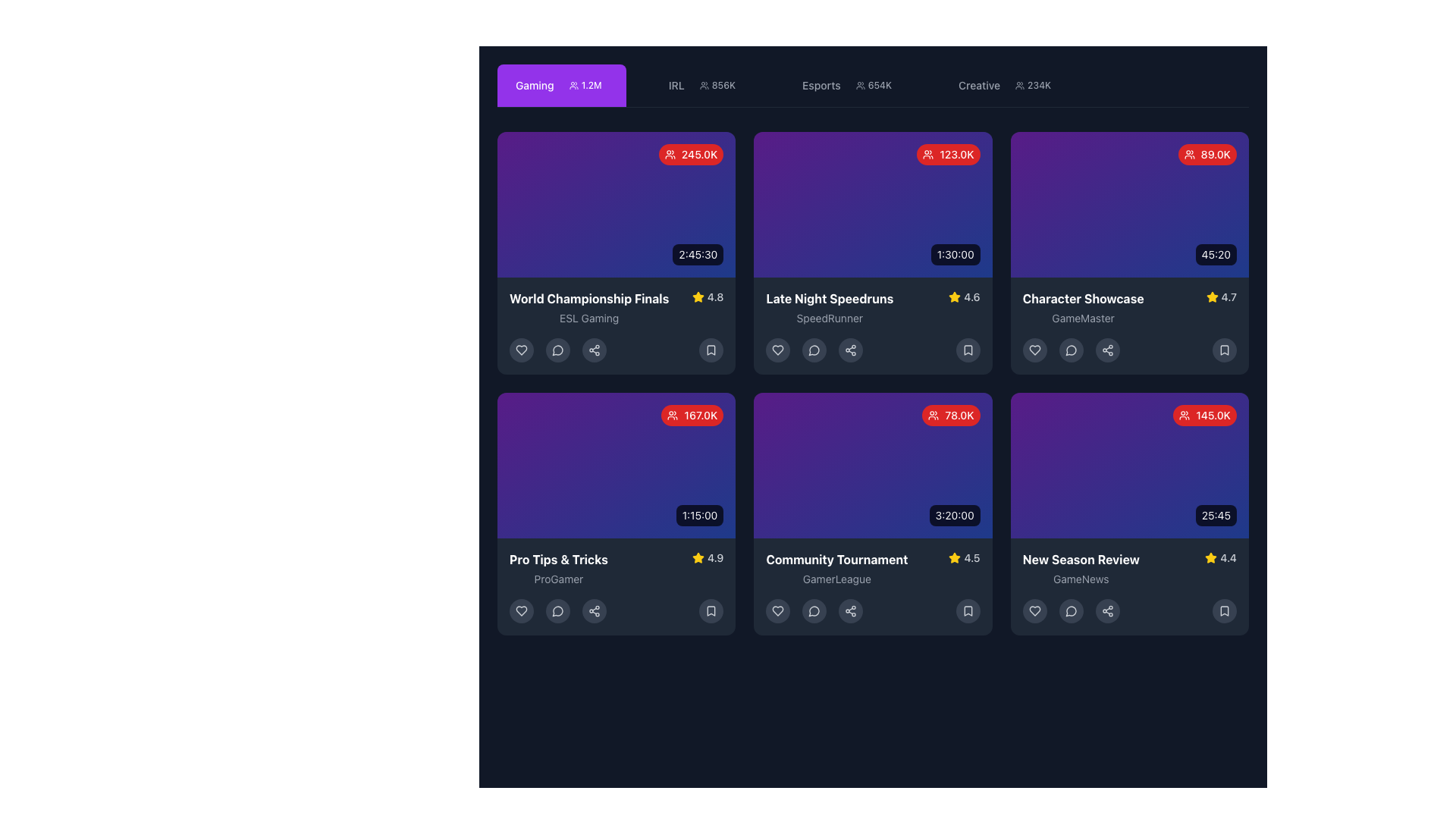 The height and width of the screenshot is (819, 1456). I want to click on the speech bubble icon button in the bottom-right corner of the 'New Season Review' card, so click(1070, 610).